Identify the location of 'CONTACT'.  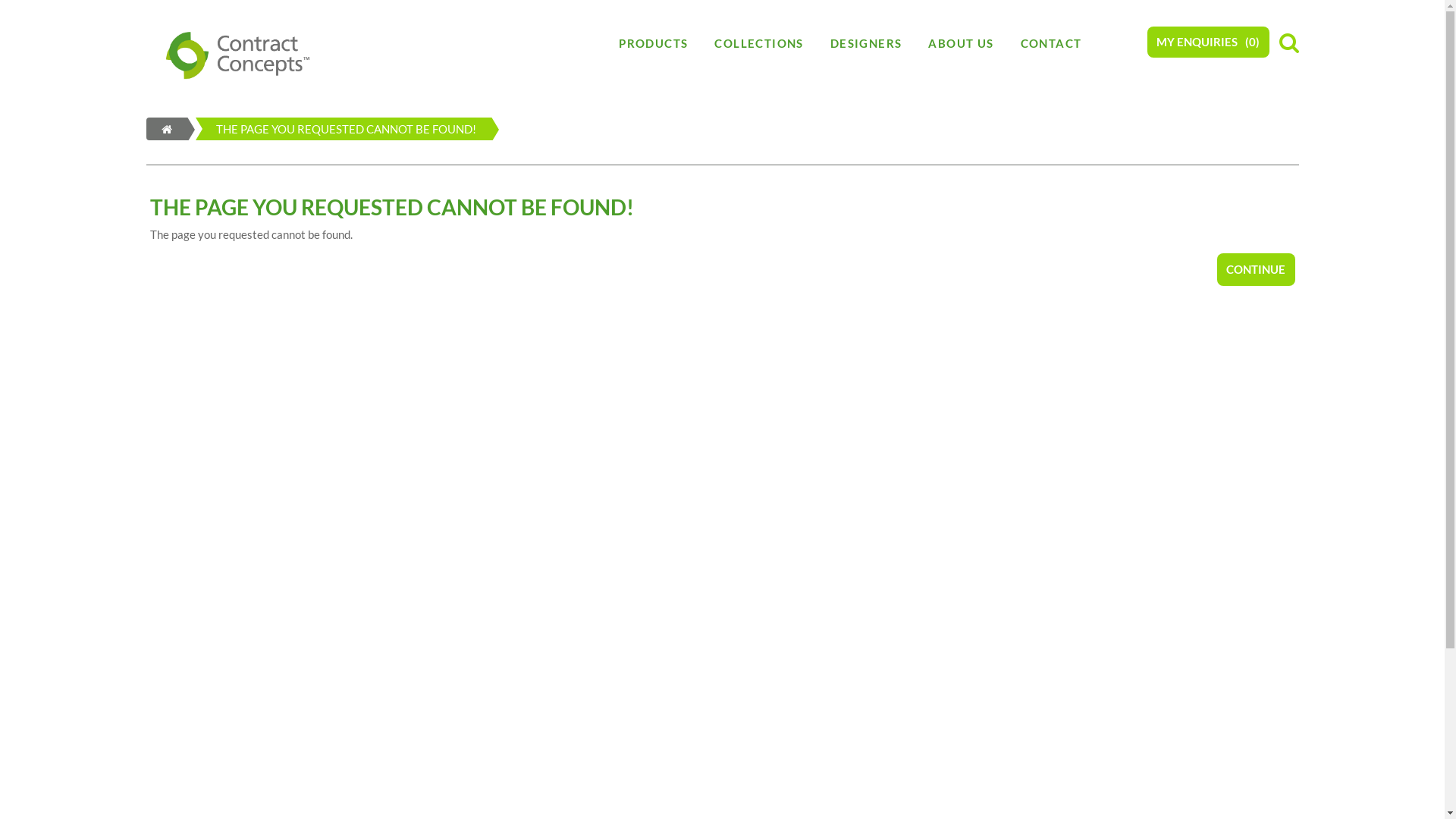
(1008, 42).